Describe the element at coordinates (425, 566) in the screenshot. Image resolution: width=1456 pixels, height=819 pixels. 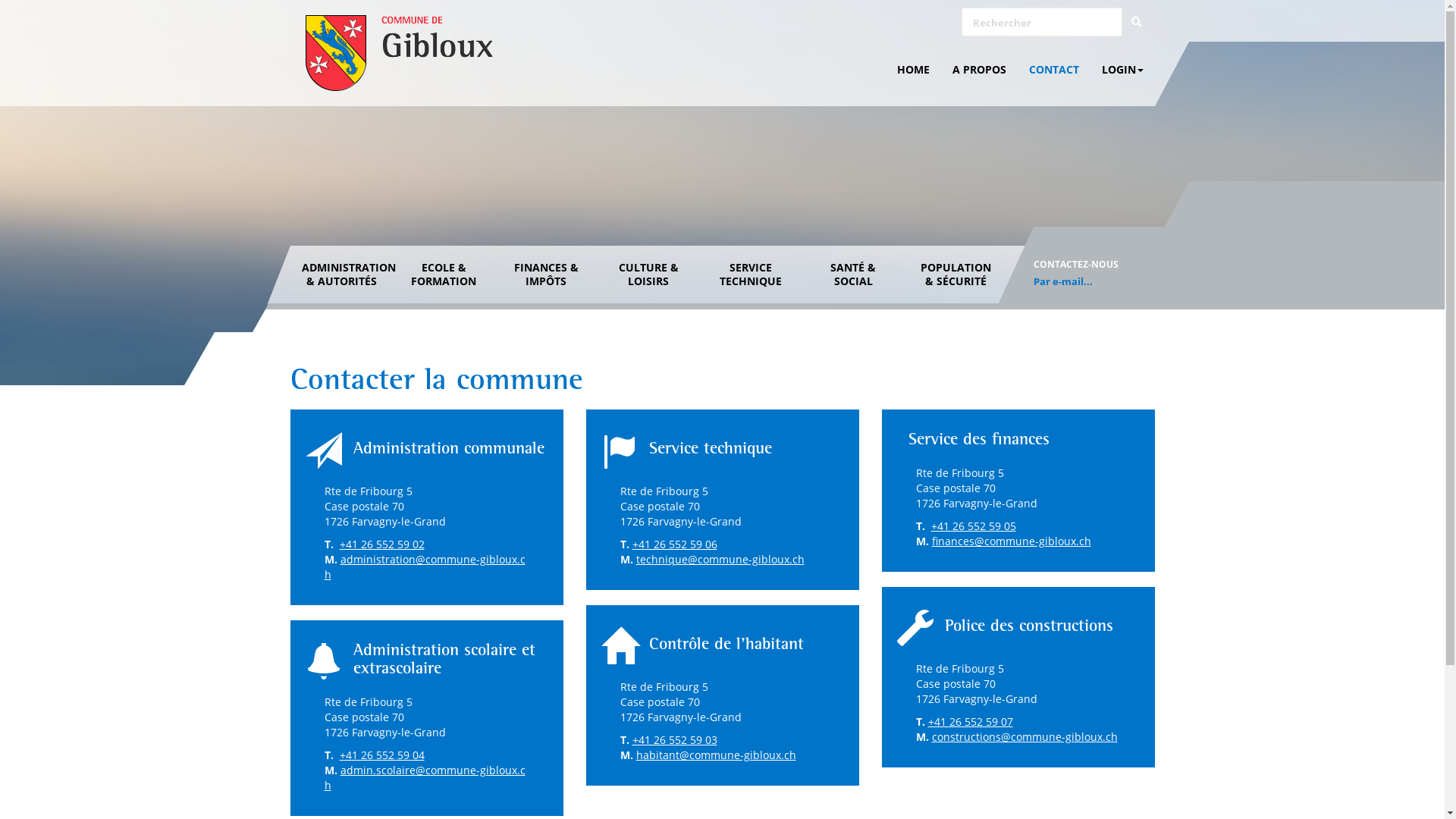
I see `'administration@commune-gibloux.ch'` at that location.